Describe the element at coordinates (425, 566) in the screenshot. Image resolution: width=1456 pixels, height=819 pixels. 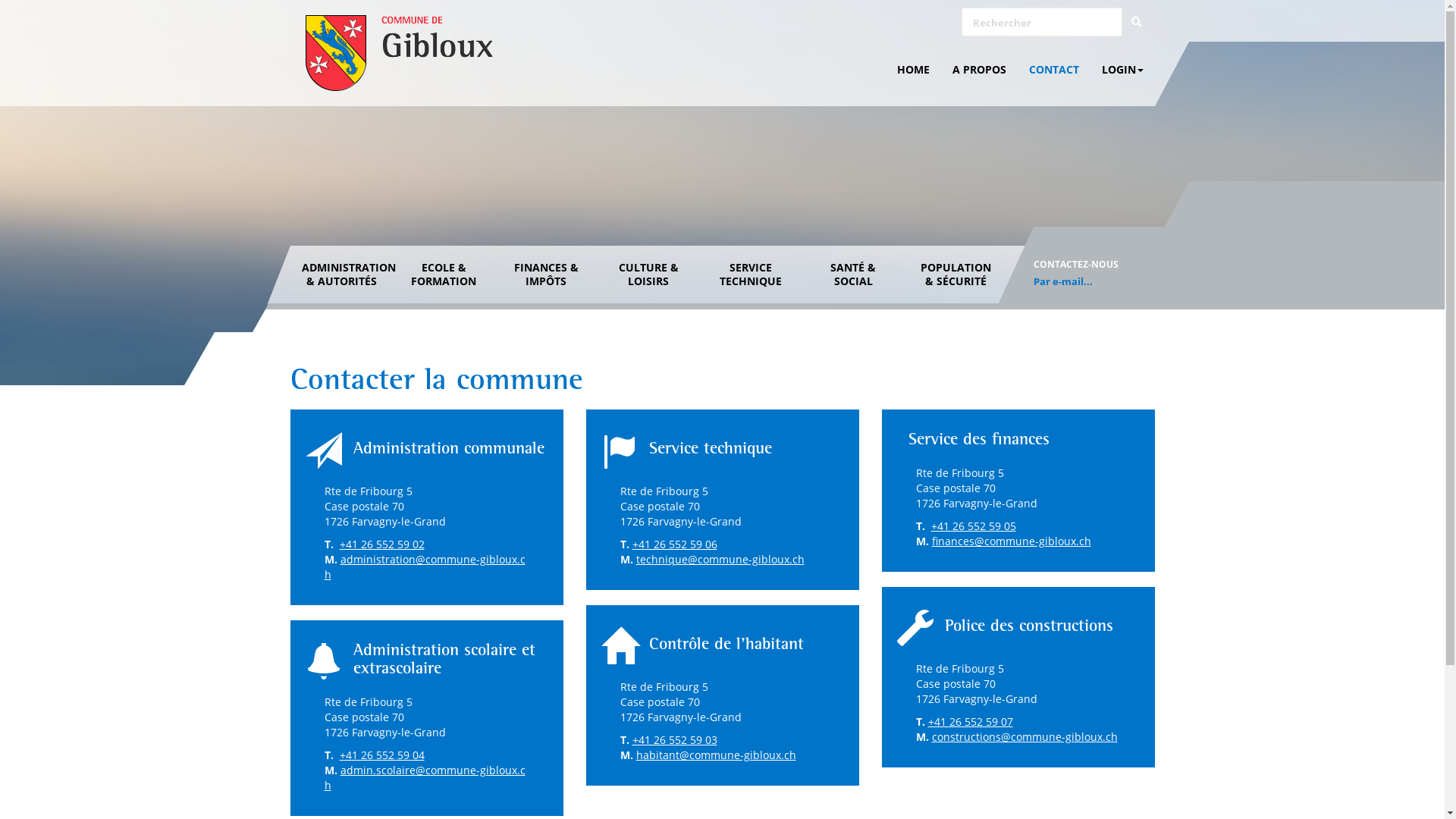
I see `'administration@commune-gibloux.ch'` at that location.